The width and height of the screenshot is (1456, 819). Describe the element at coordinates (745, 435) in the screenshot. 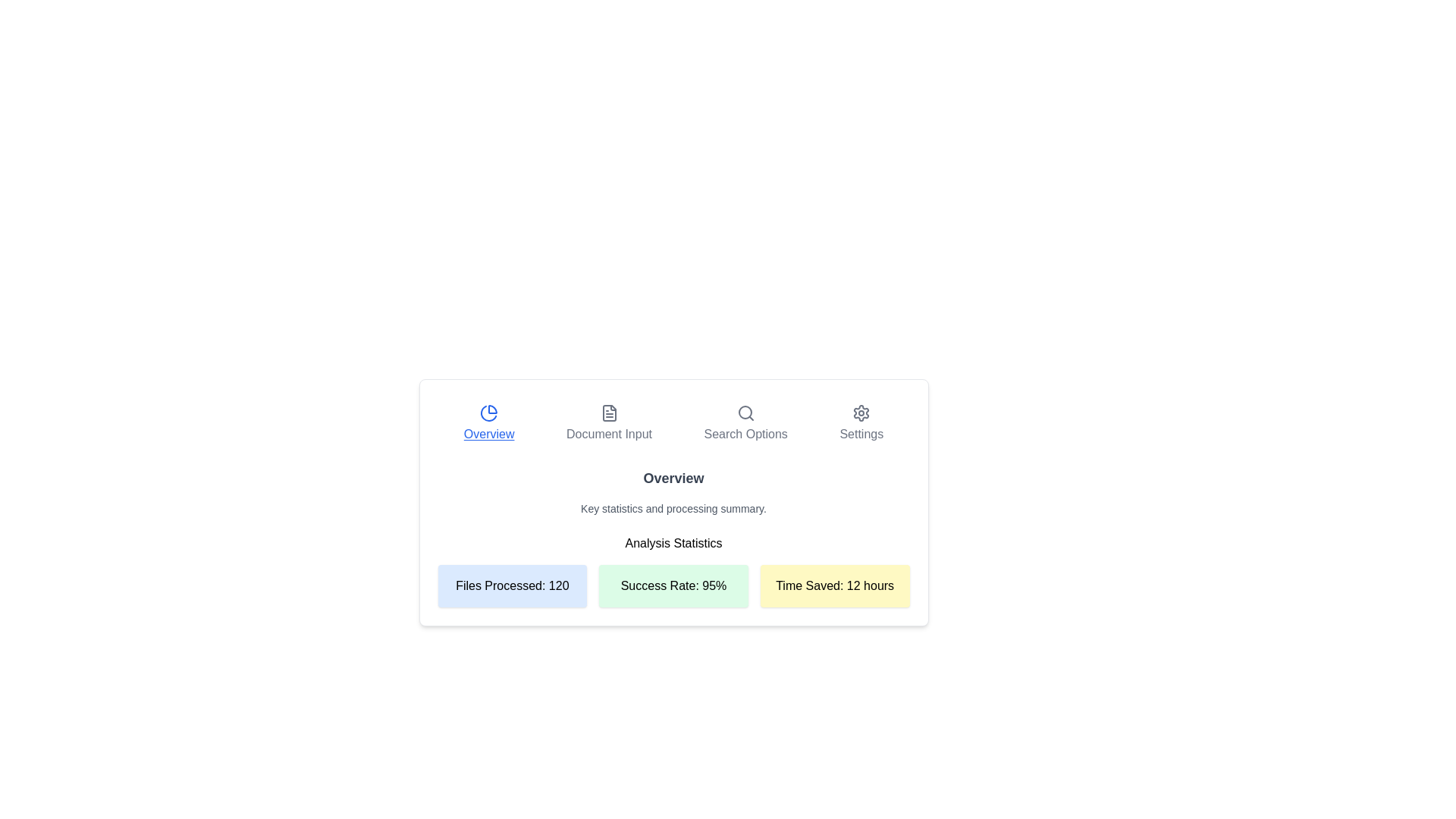

I see `the text label of the interactive search button located` at that location.